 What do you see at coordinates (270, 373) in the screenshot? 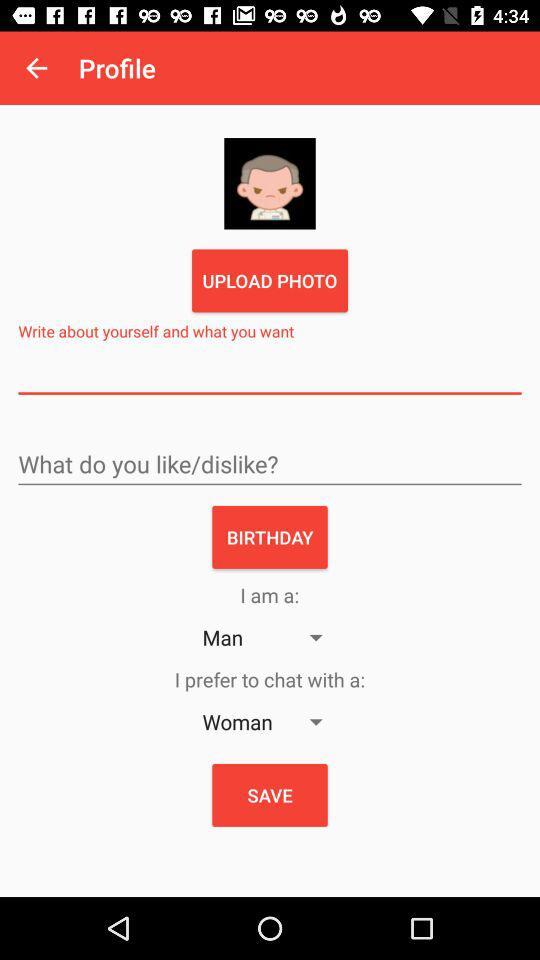
I see `text` at bounding box center [270, 373].